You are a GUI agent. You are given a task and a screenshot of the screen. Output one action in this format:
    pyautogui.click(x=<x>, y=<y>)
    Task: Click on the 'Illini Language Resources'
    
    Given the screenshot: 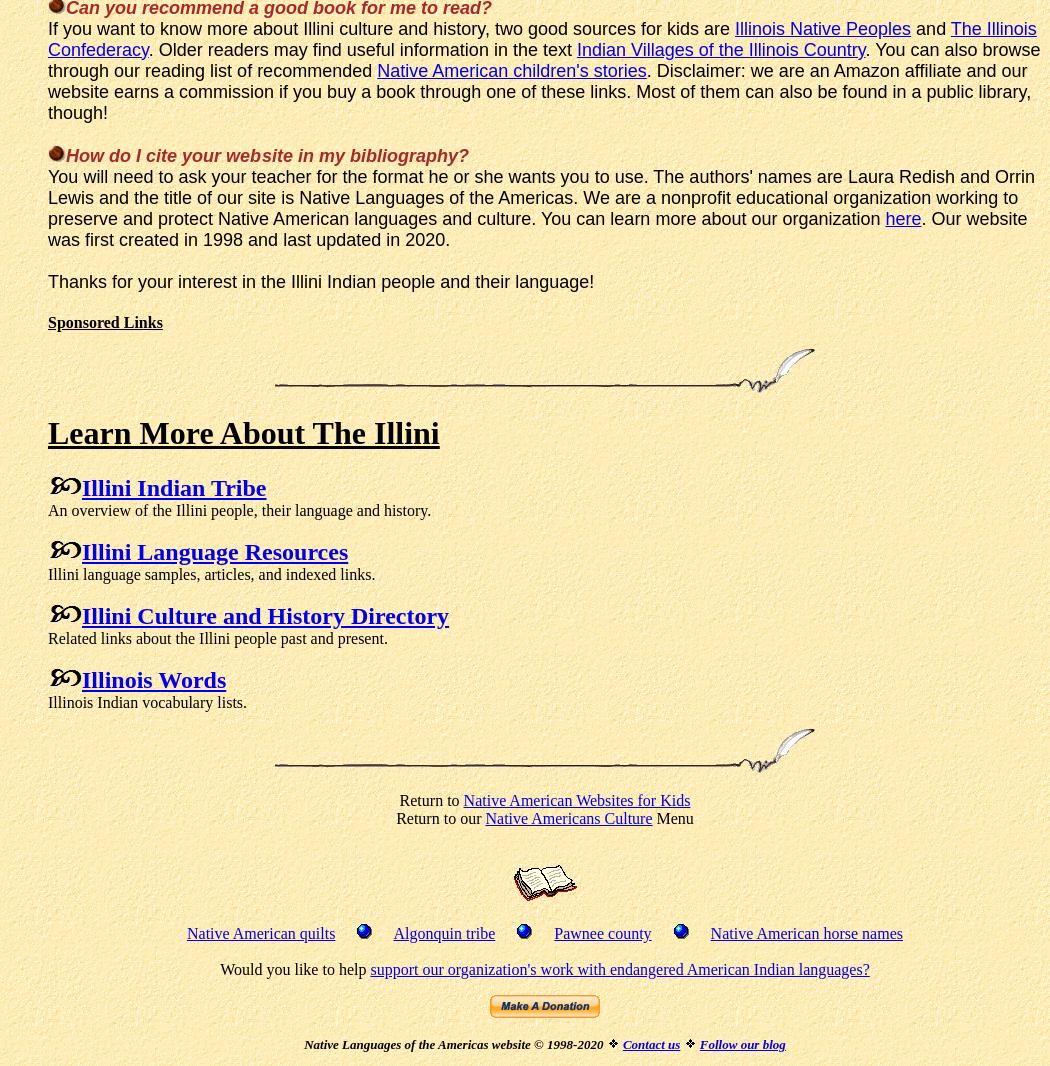 What is the action you would take?
    pyautogui.click(x=82, y=550)
    